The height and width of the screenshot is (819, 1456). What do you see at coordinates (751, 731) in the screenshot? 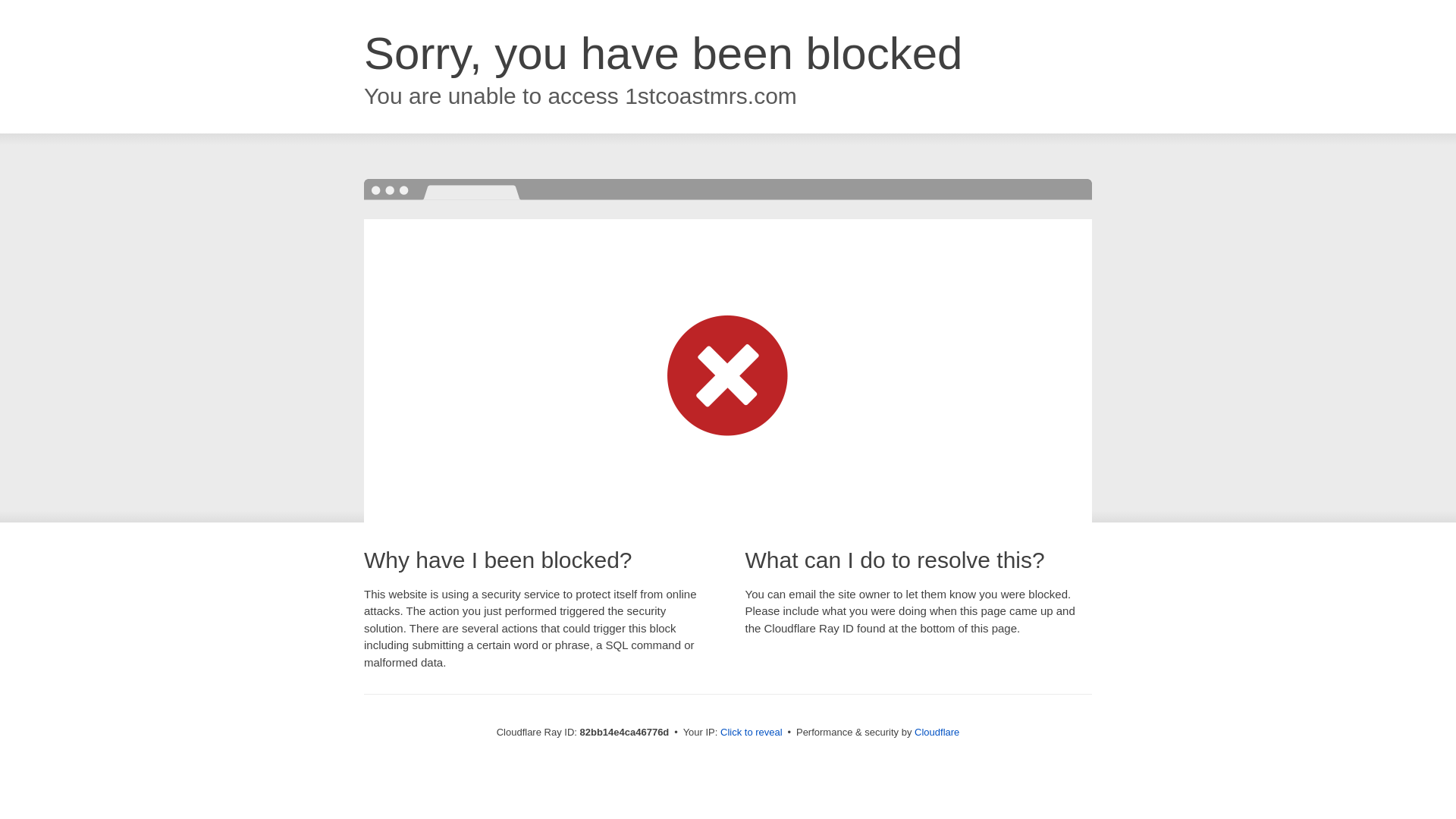
I see `'Click to reveal'` at bounding box center [751, 731].